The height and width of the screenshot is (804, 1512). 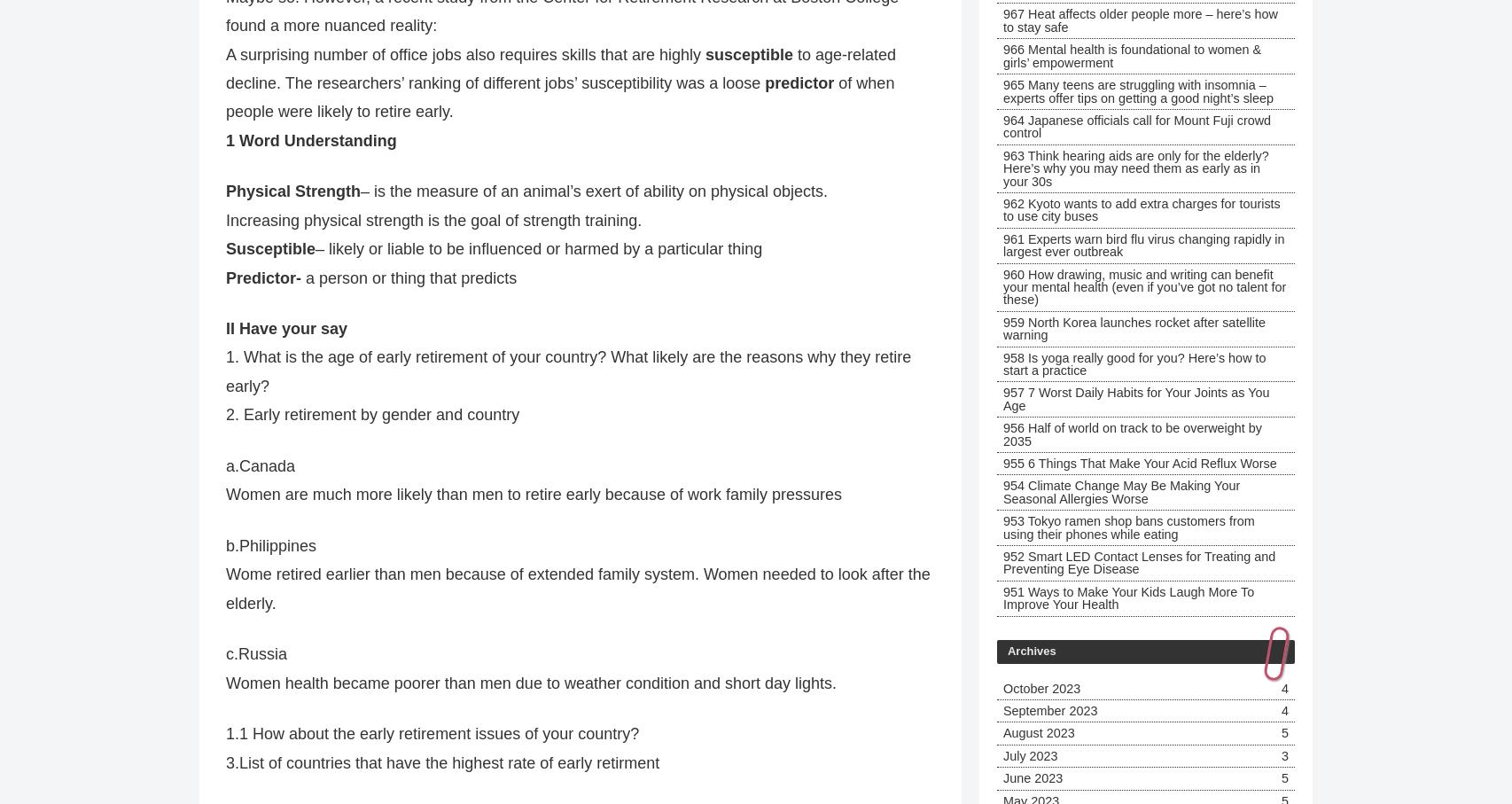 What do you see at coordinates (1138, 462) in the screenshot?
I see `'955  6 Things That Make Your Acid Reflux Worse'` at bounding box center [1138, 462].